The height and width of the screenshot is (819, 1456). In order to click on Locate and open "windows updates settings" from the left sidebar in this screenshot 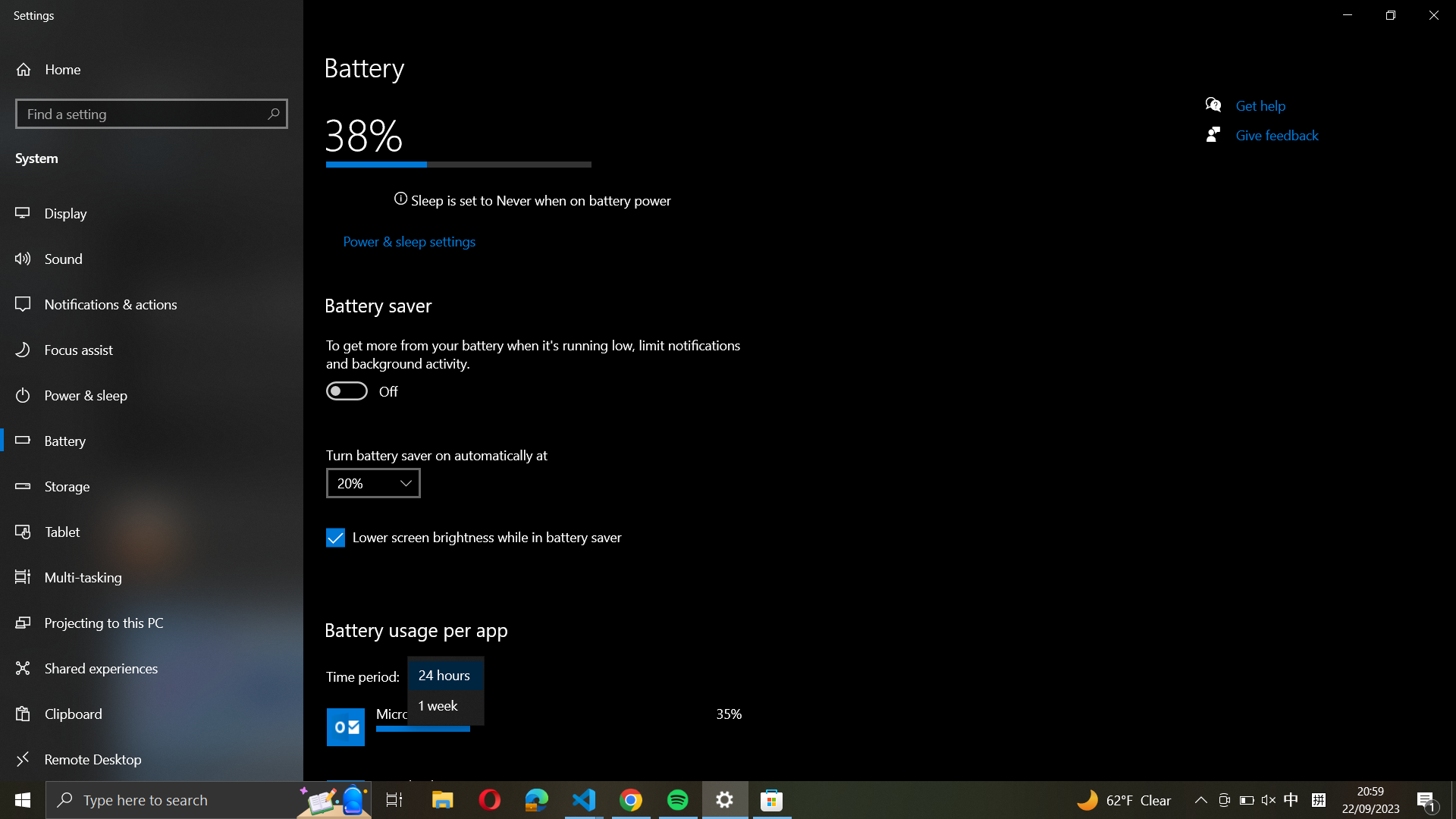, I will do `click(152, 111)`.